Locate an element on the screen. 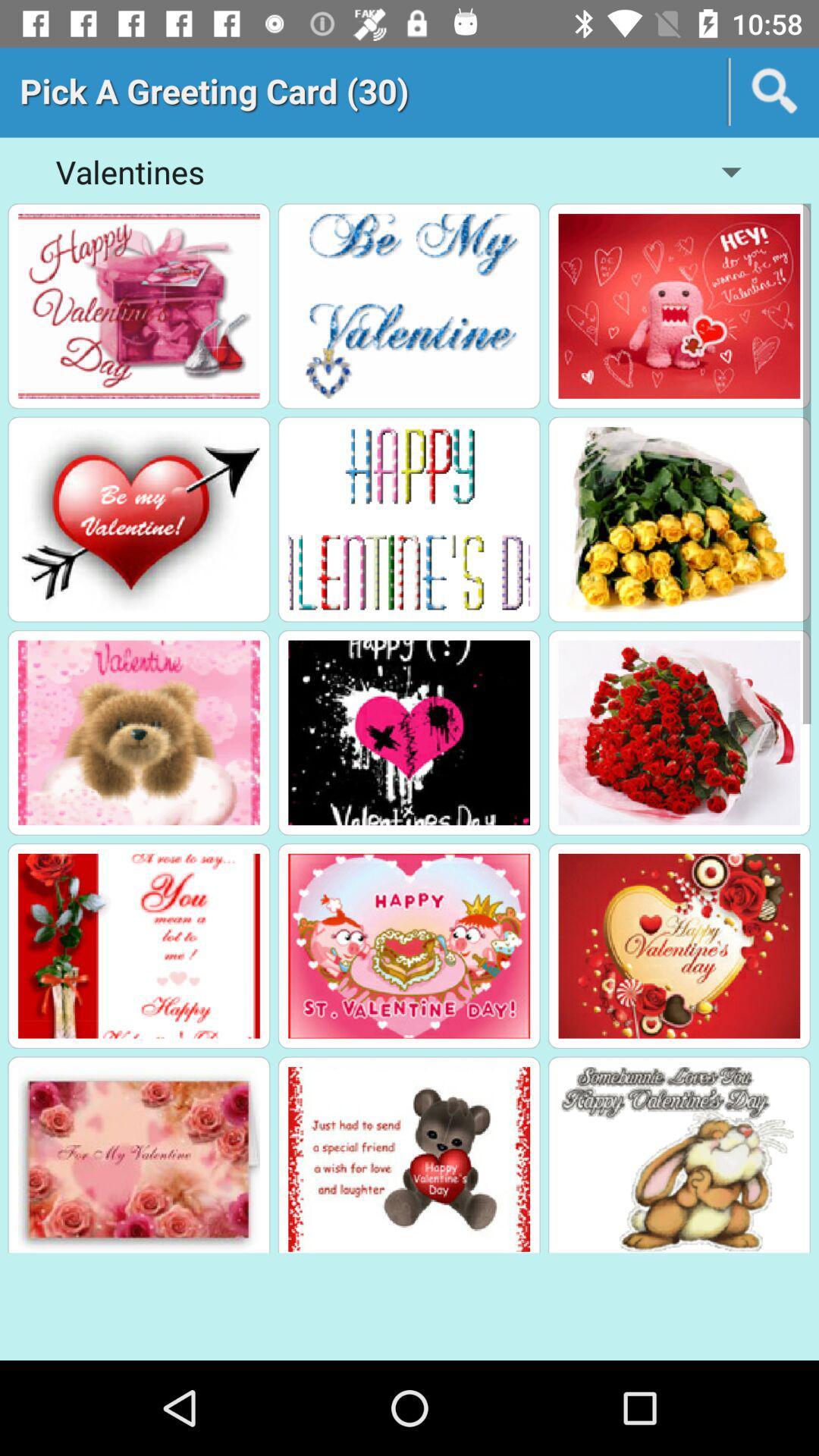 The width and height of the screenshot is (819, 1456). the last image in third column is located at coordinates (678, 1159).